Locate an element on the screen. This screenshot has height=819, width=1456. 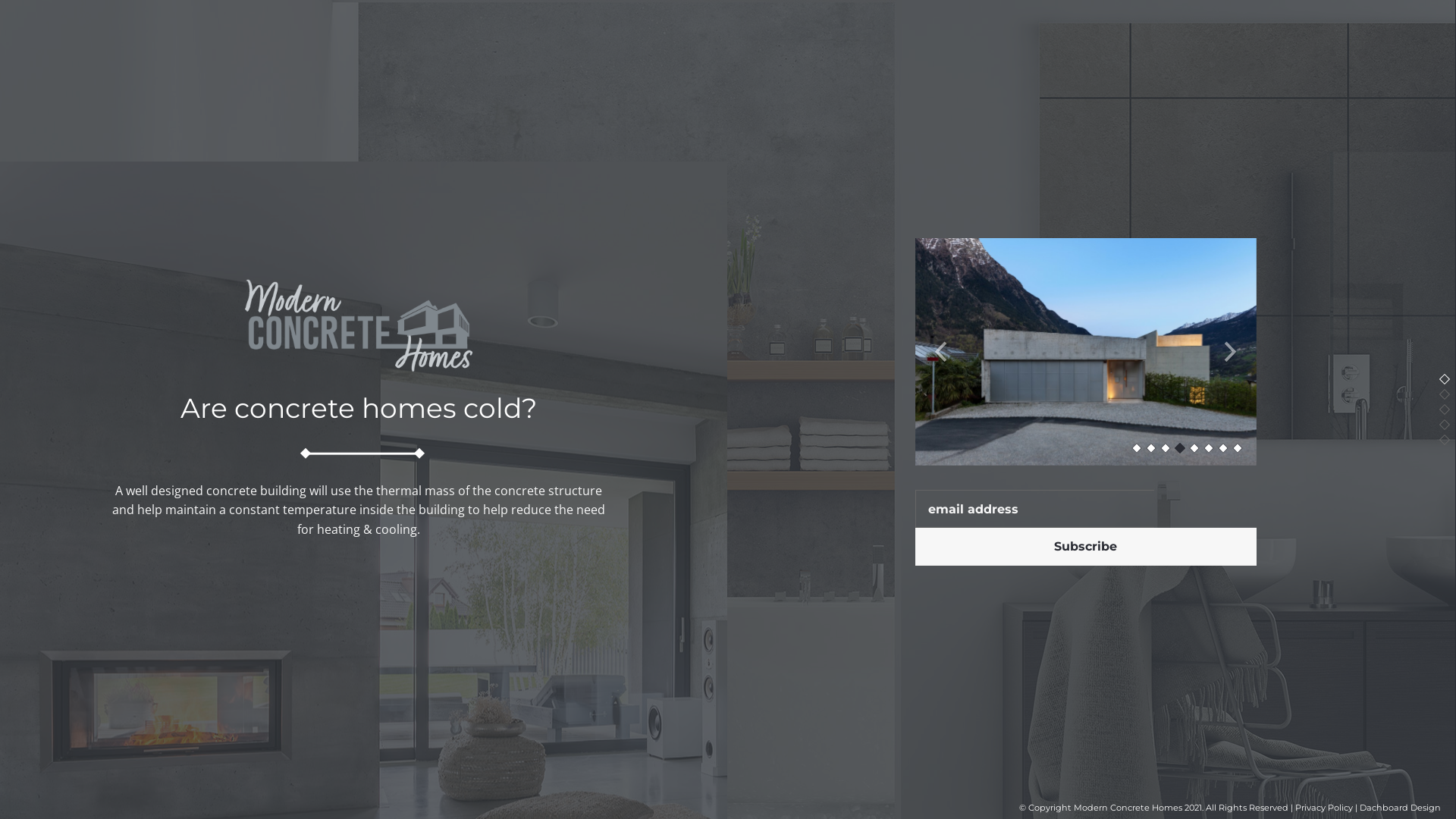
'Dachboard Design' is located at coordinates (1399, 806).